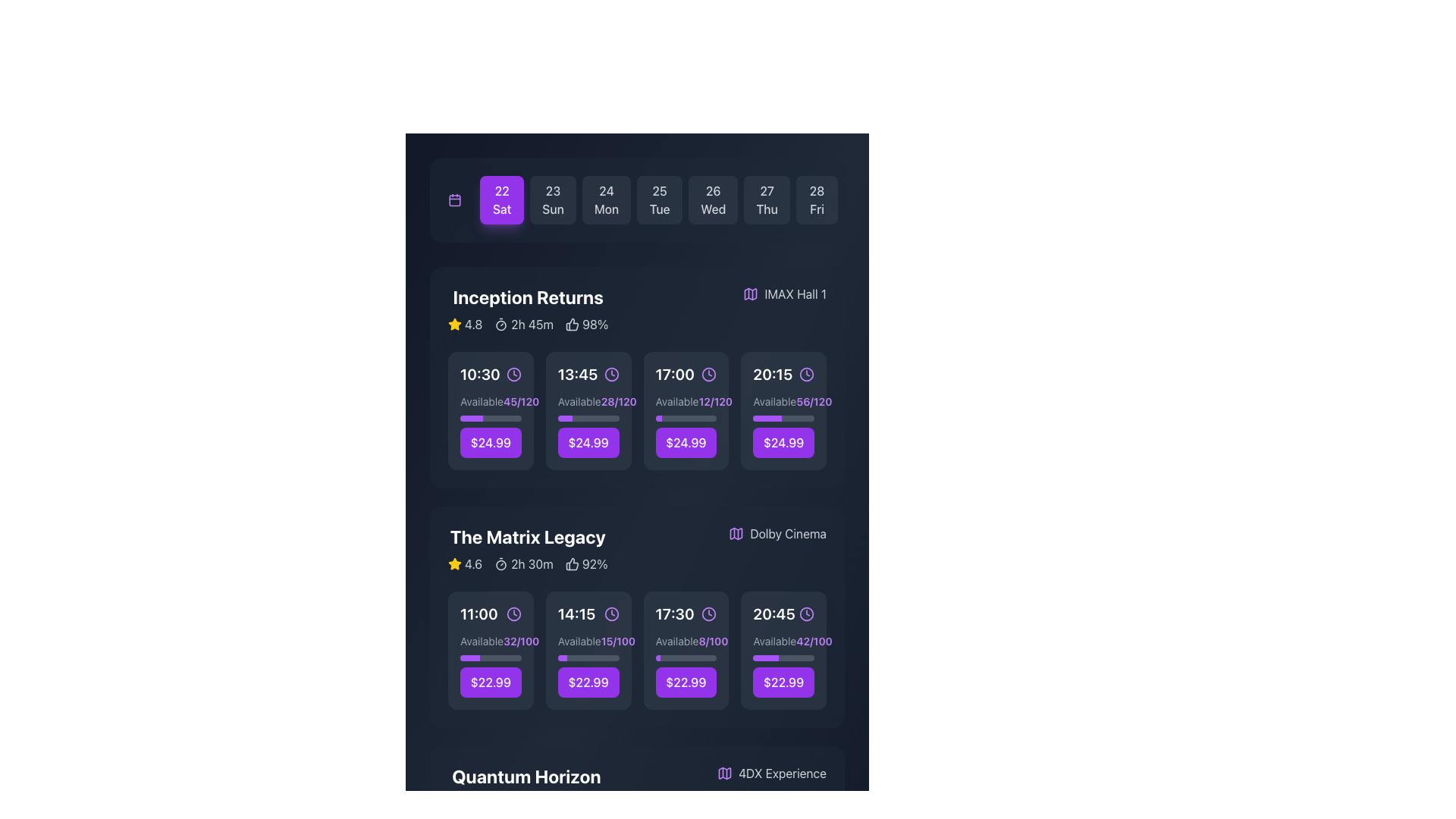  Describe the element at coordinates (766, 657) in the screenshot. I see `the size of the filled part of the progress bar segment under the '20:45' time slot in 'The Matrix Legacy' section` at that location.